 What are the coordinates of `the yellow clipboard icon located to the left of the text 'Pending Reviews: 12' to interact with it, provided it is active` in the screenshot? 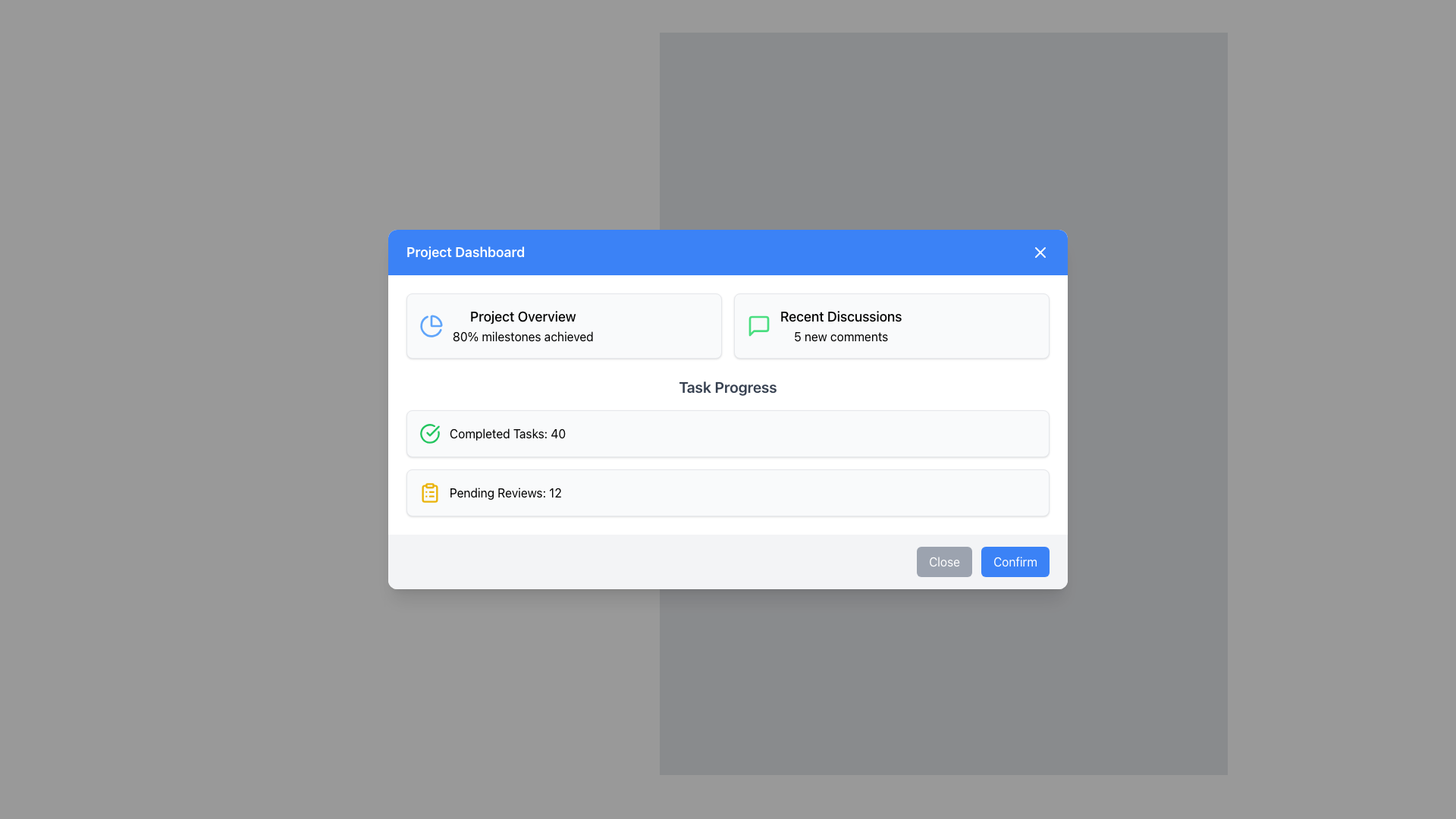 It's located at (428, 493).